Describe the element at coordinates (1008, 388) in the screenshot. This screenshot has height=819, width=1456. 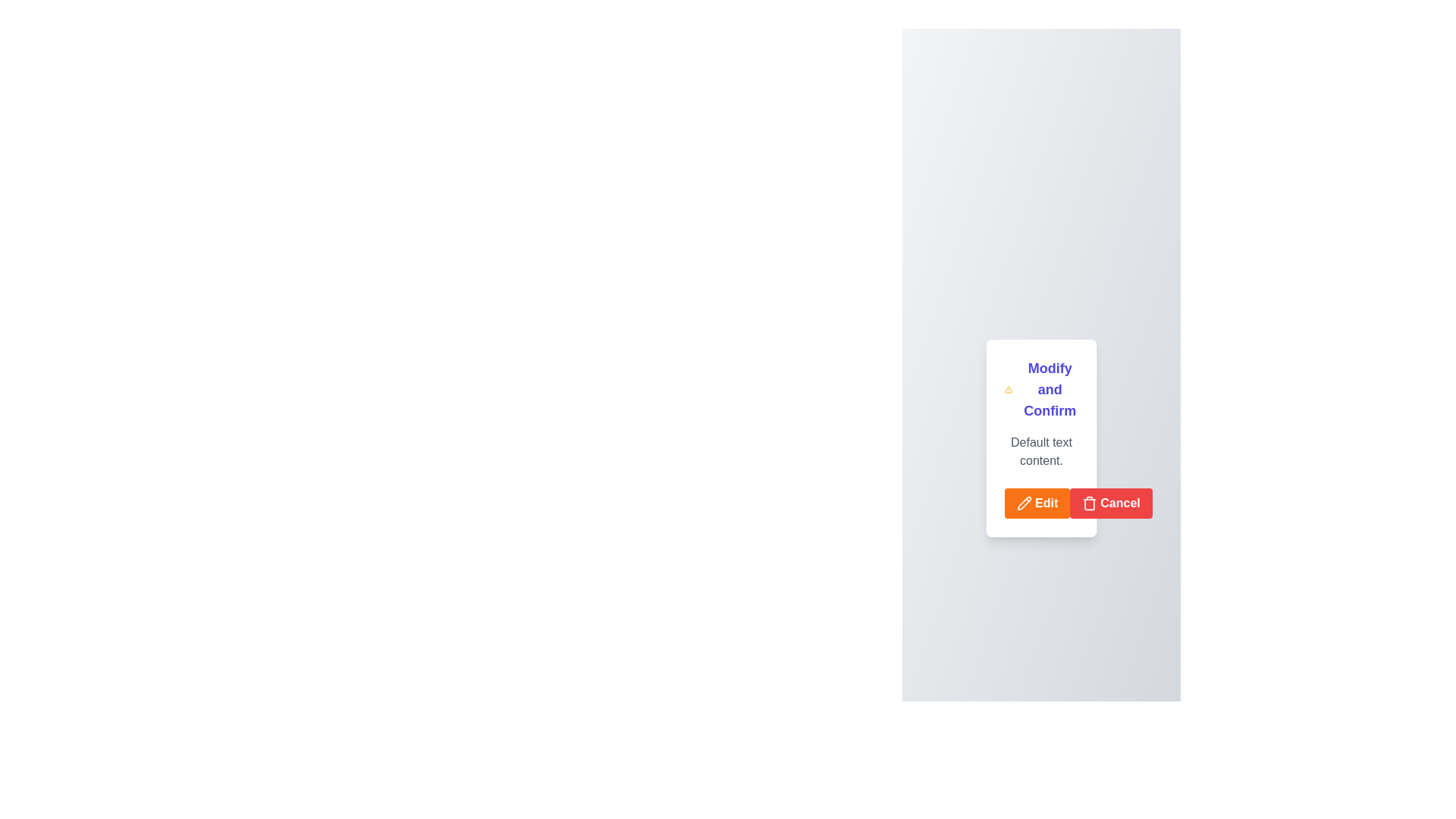
I see `the warning alert icon located at the top of the card, left of the 'Modify and Confirm' text` at that location.